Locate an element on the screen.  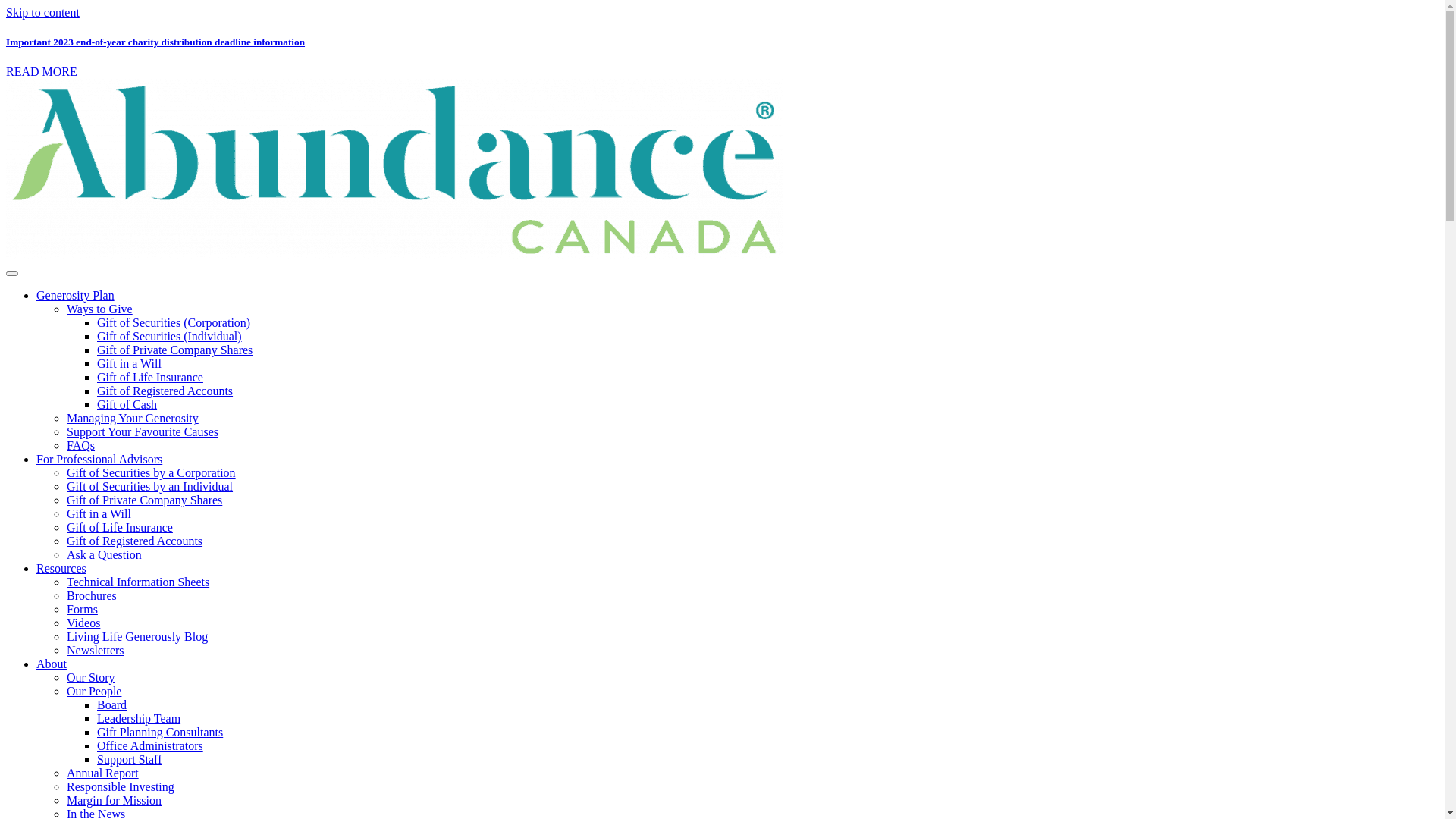
'Annual Report' is located at coordinates (102, 773).